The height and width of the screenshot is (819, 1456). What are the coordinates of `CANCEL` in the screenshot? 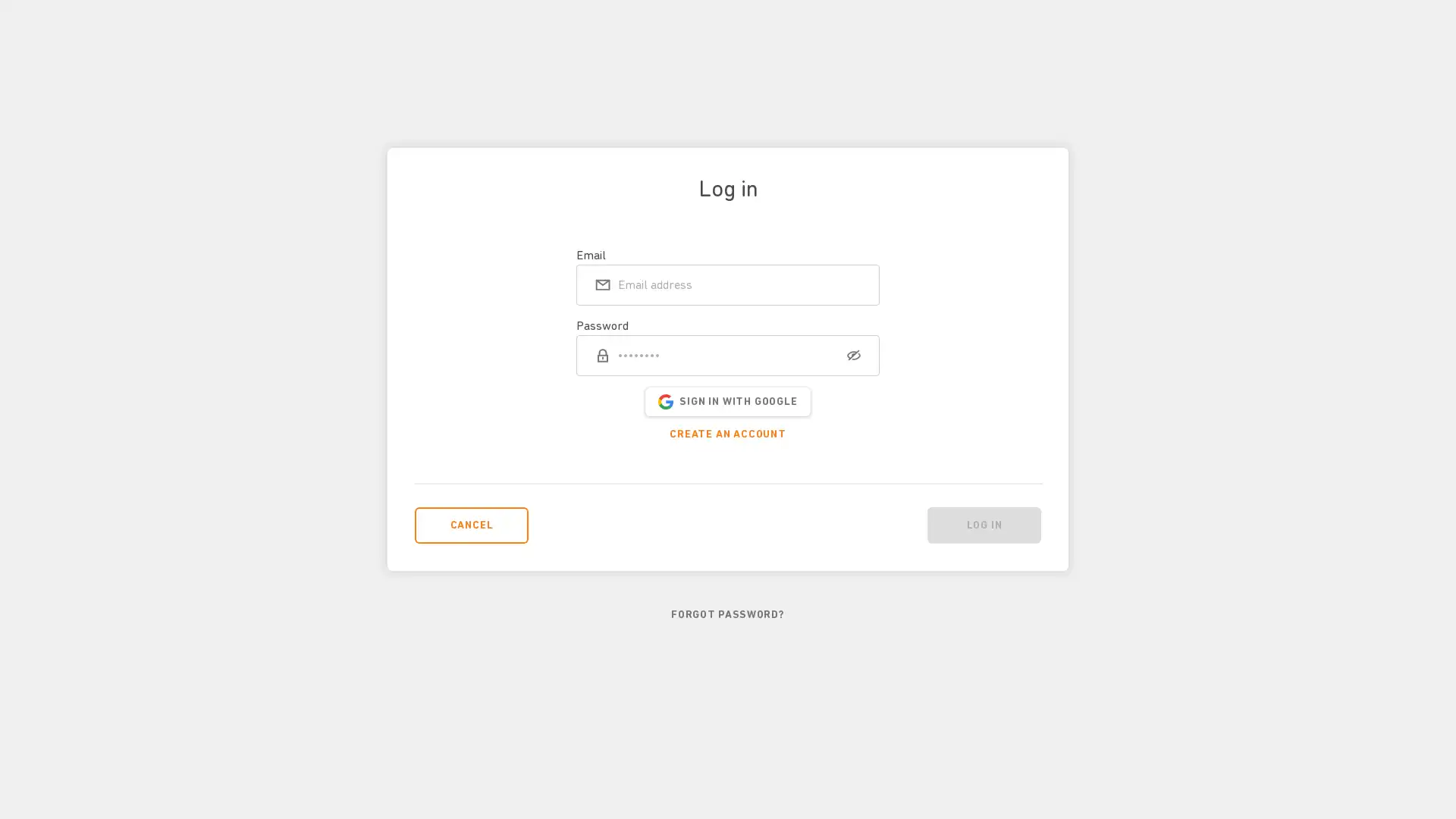 It's located at (471, 525).